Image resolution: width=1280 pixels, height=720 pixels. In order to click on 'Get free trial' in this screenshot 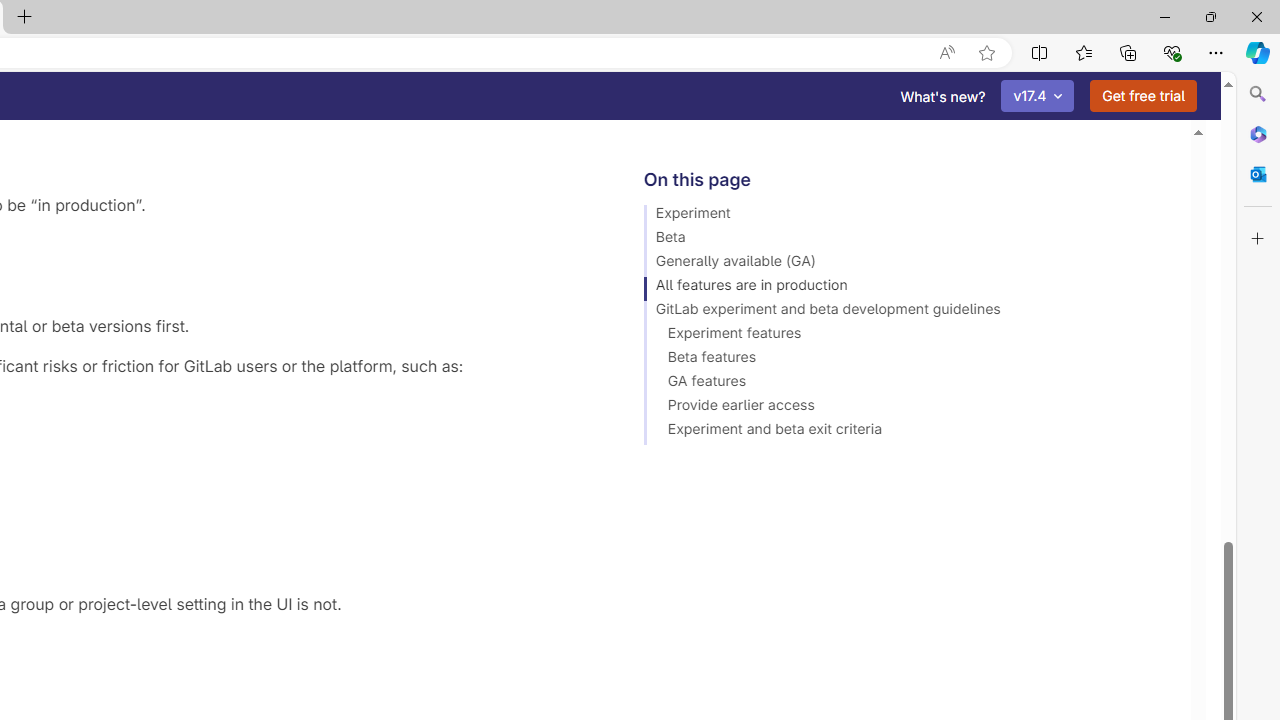, I will do `click(1143, 96)`.